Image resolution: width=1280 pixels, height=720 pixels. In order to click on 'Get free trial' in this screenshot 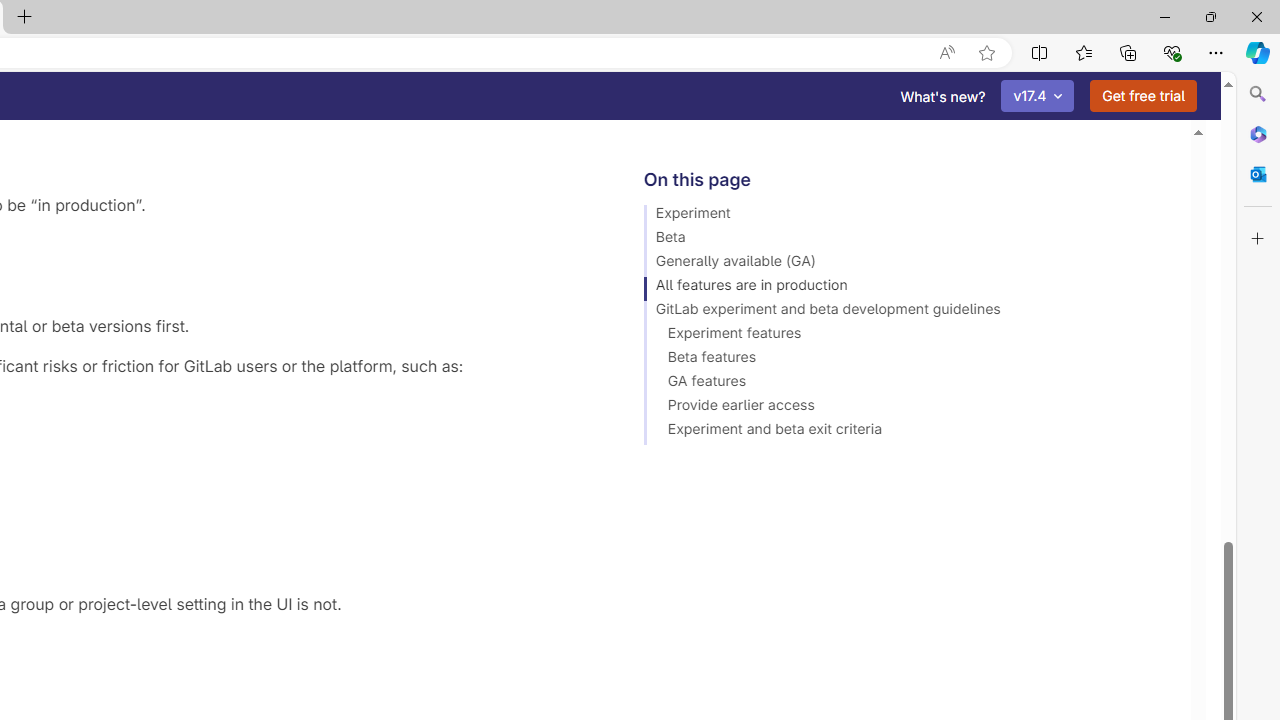, I will do `click(1143, 96)`.